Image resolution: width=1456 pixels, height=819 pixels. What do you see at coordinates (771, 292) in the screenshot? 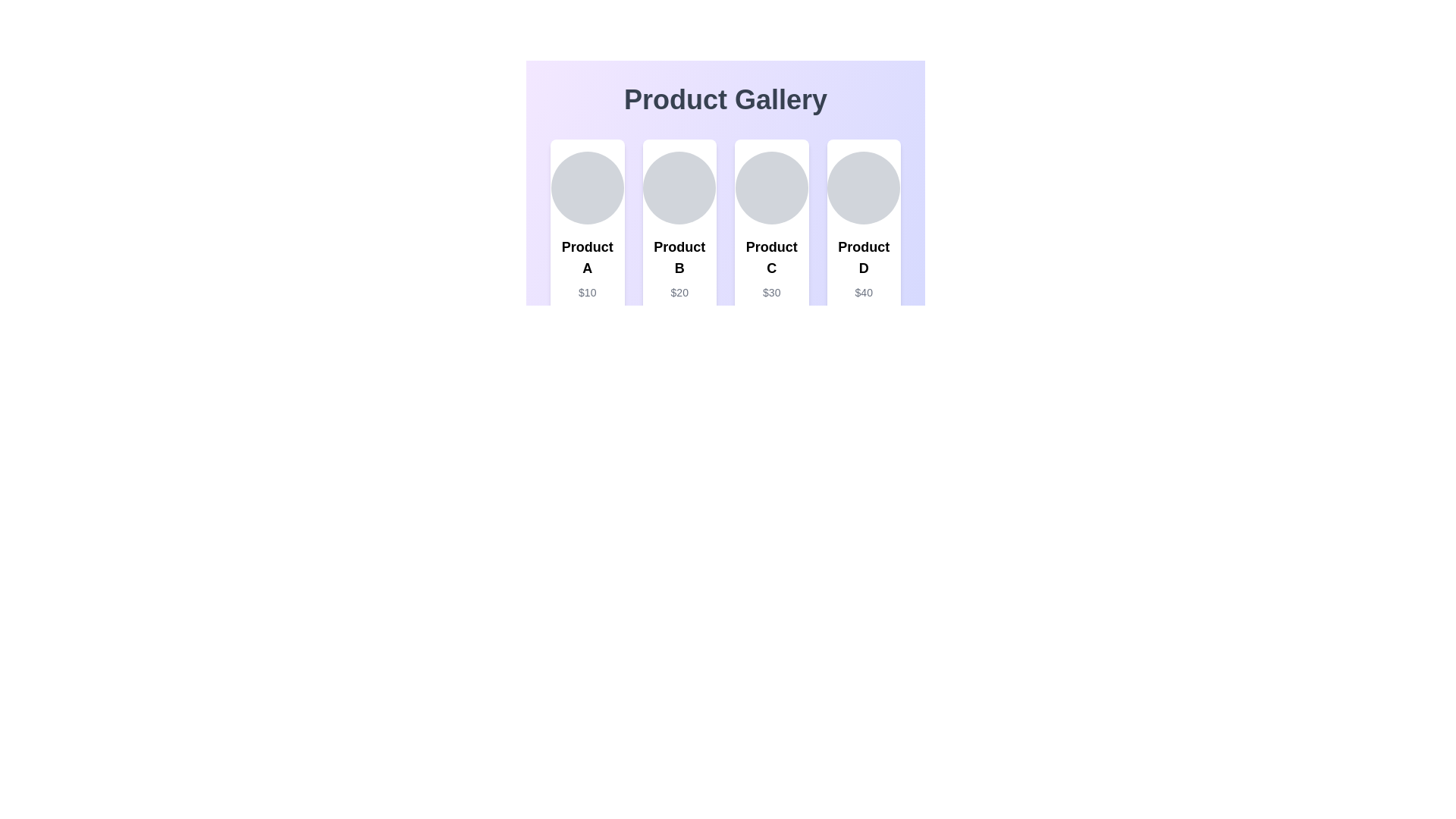
I see `the price text label displaying '$30', which is styled in a small gray font and located below 'Product C'` at bounding box center [771, 292].